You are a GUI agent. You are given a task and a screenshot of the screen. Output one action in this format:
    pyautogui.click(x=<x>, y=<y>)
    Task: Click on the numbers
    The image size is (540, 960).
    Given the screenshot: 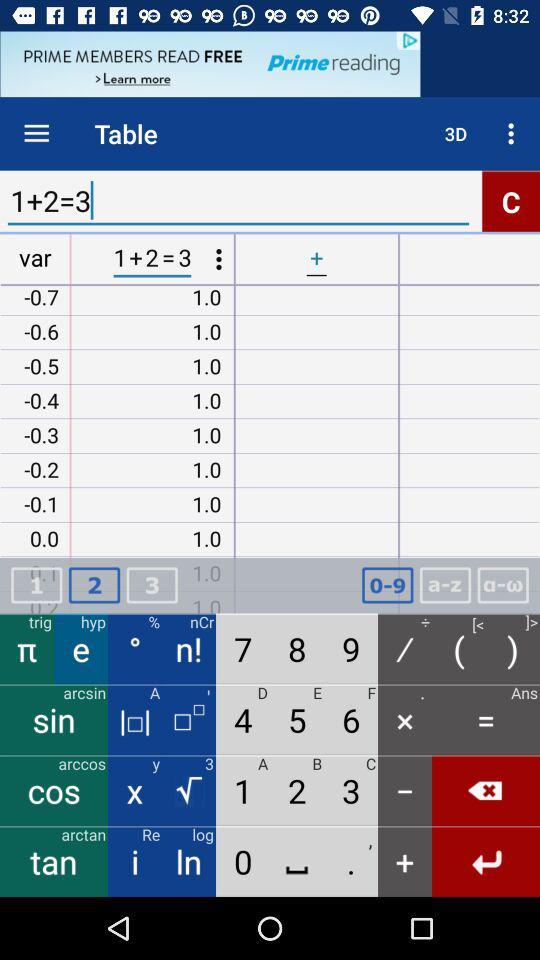 What is the action you would take?
    pyautogui.click(x=387, y=585)
    